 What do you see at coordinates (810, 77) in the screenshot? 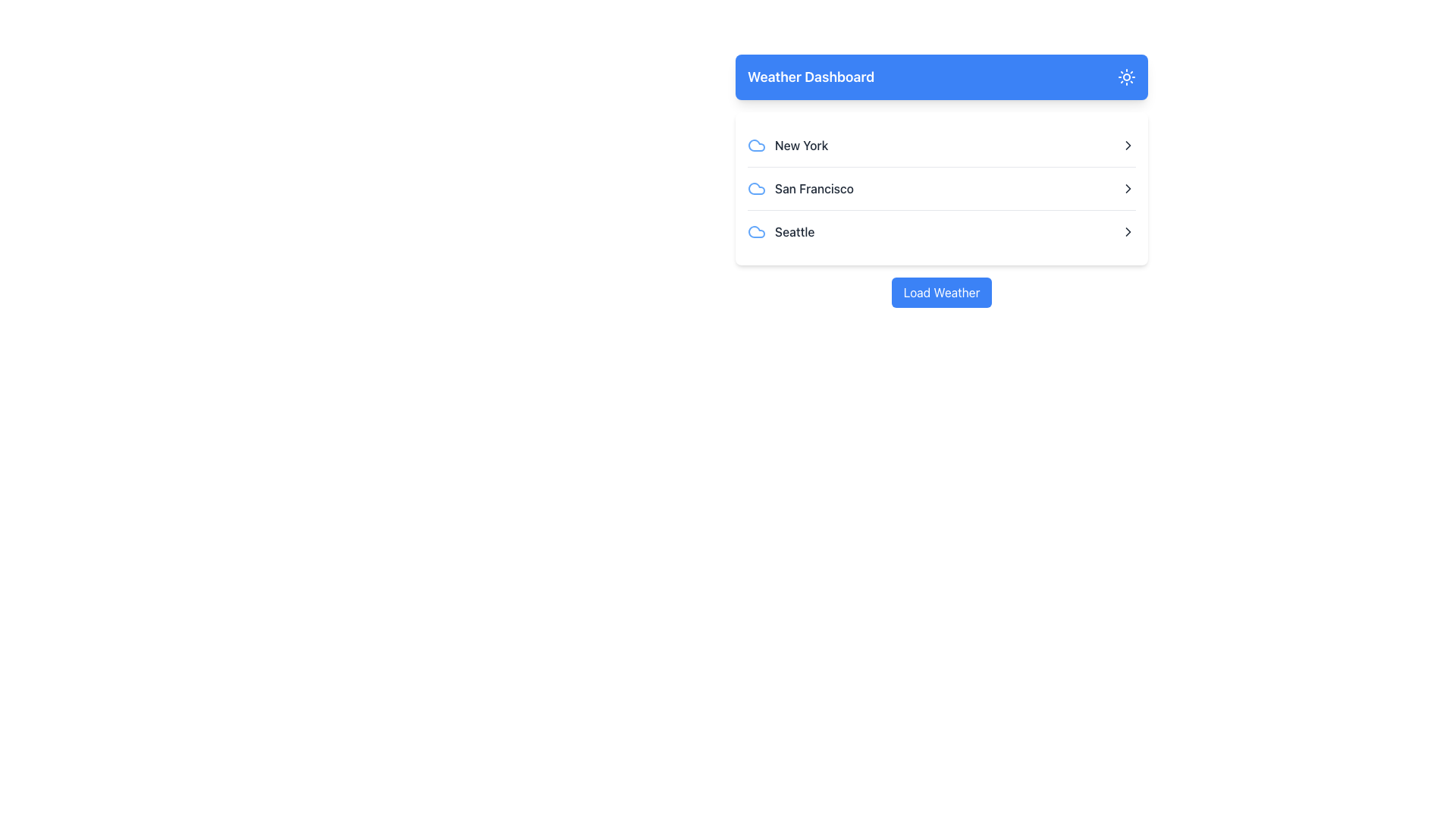
I see `the Text Label that serves as a title for the weather dashboard interface, located at the left side of the blue header bar, next to the sun icon` at bounding box center [810, 77].